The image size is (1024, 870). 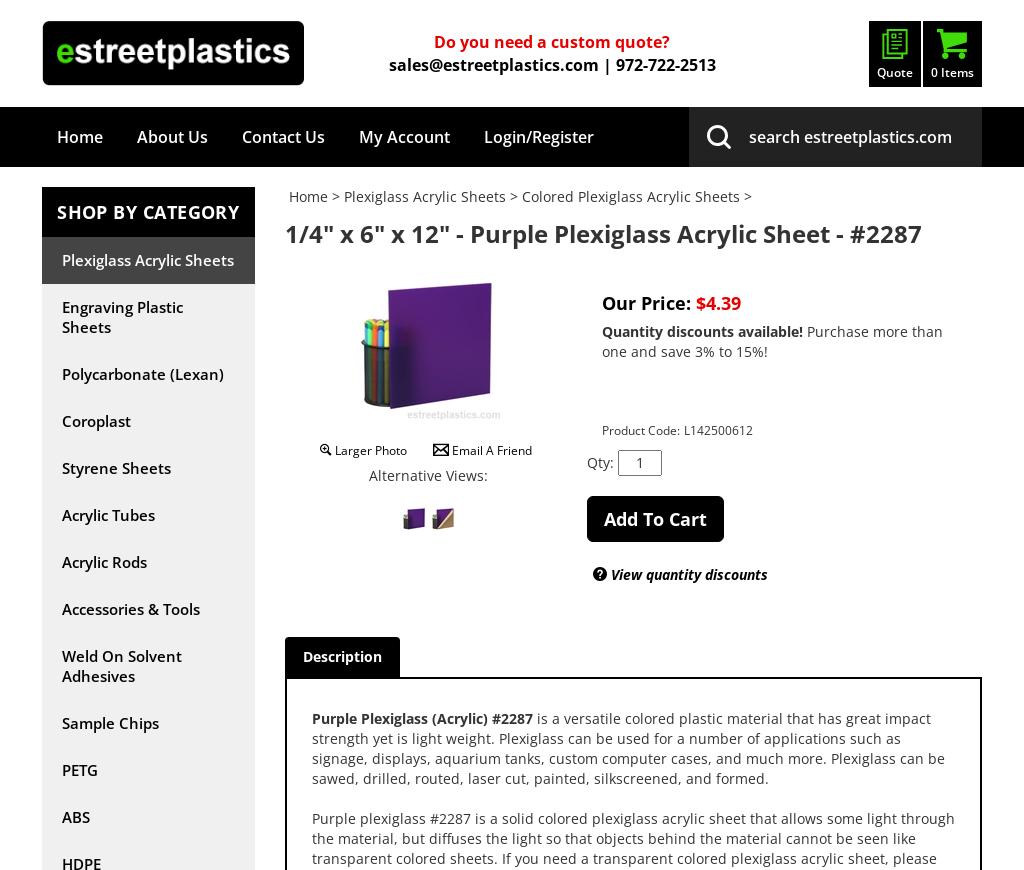 What do you see at coordinates (539, 136) in the screenshot?
I see `'Login/Register'` at bounding box center [539, 136].